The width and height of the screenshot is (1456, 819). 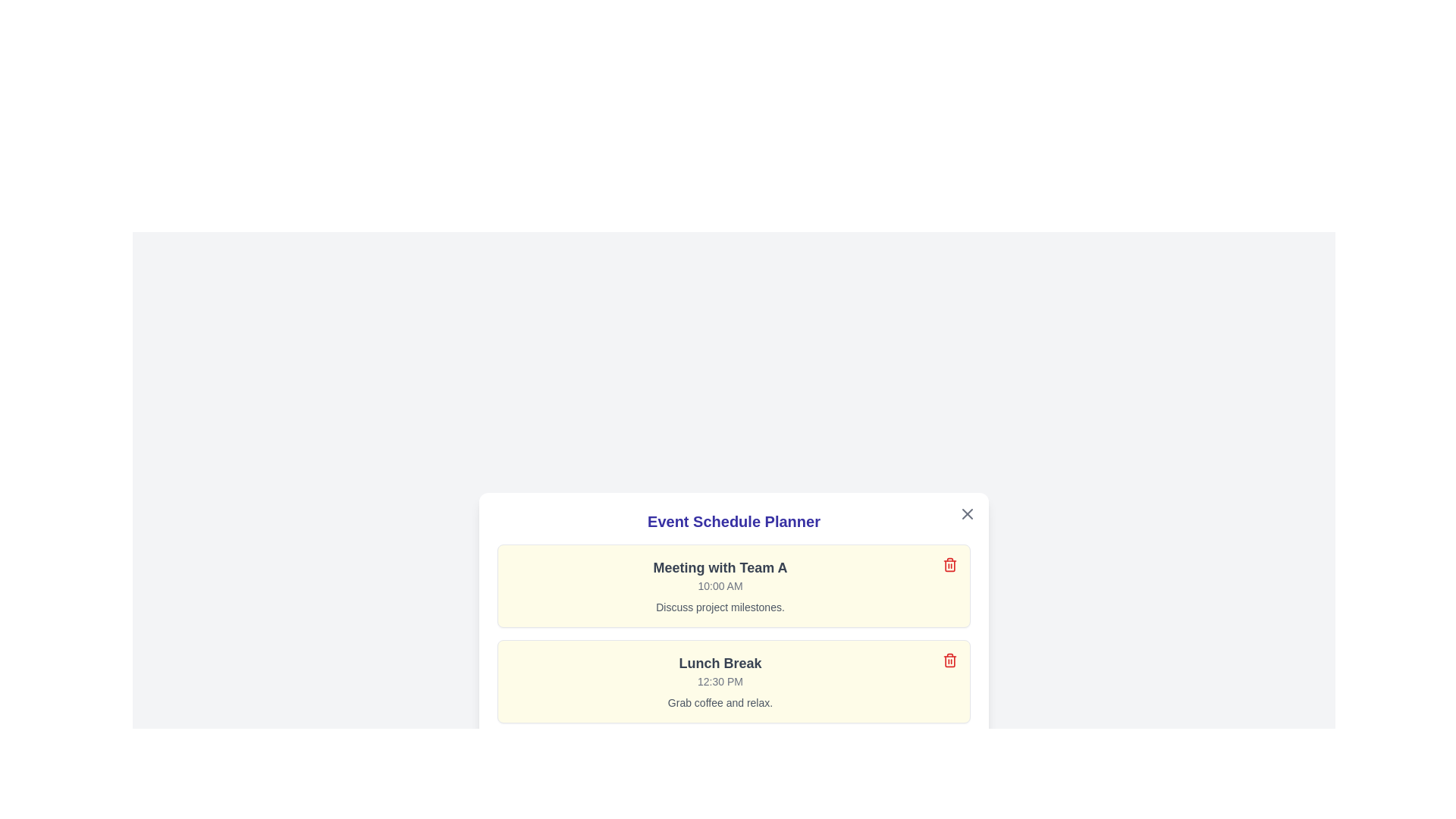 I want to click on the 'Save Schedule' button located on the toolbar at the bottom of the 'Event Schedule Planner' modal, so click(x=734, y=757).